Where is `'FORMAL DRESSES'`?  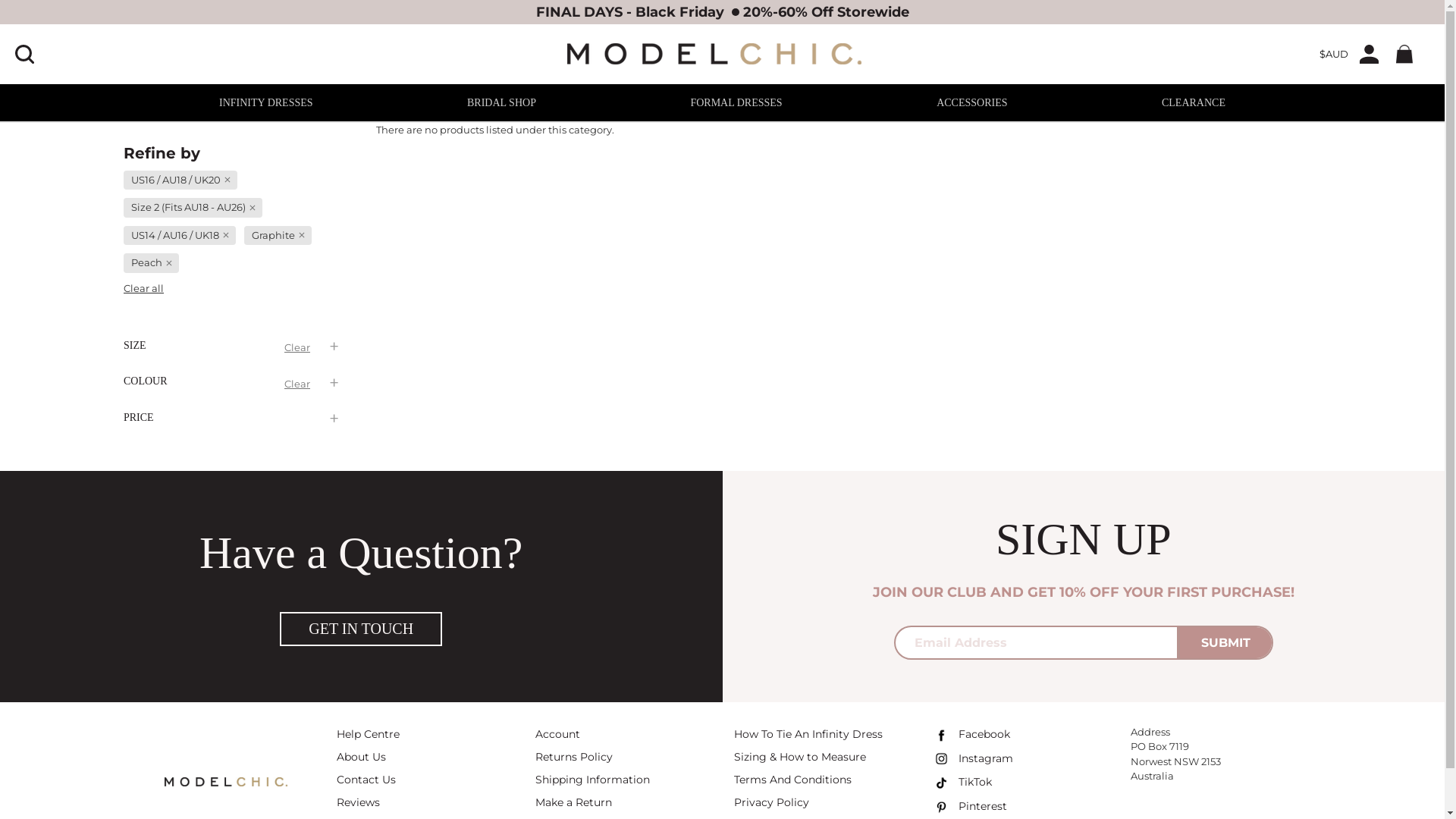 'FORMAL DRESSES' is located at coordinates (736, 102).